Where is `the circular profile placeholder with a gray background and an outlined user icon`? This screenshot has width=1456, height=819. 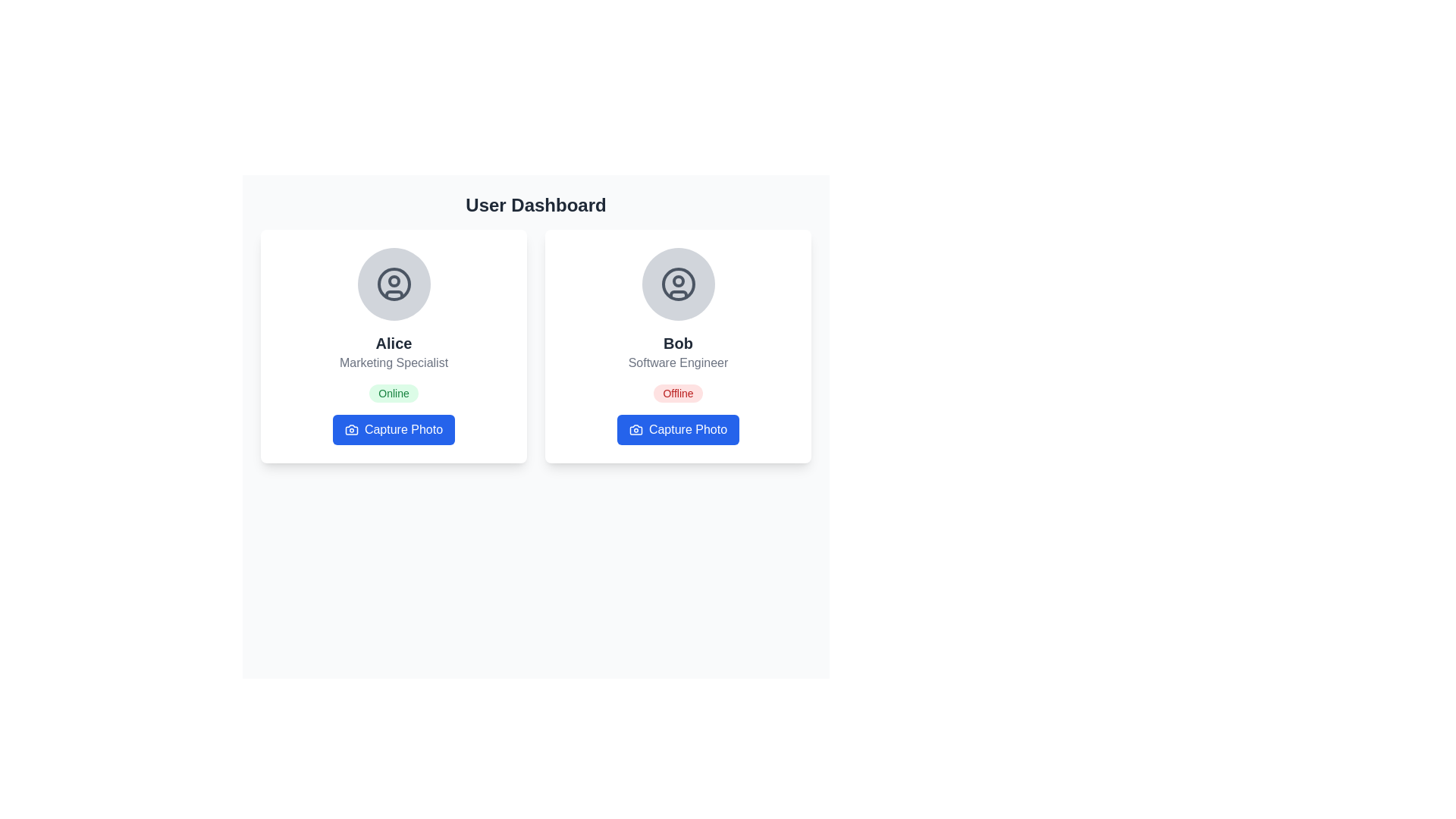 the circular profile placeholder with a gray background and an outlined user icon is located at coordinates (394, 284).